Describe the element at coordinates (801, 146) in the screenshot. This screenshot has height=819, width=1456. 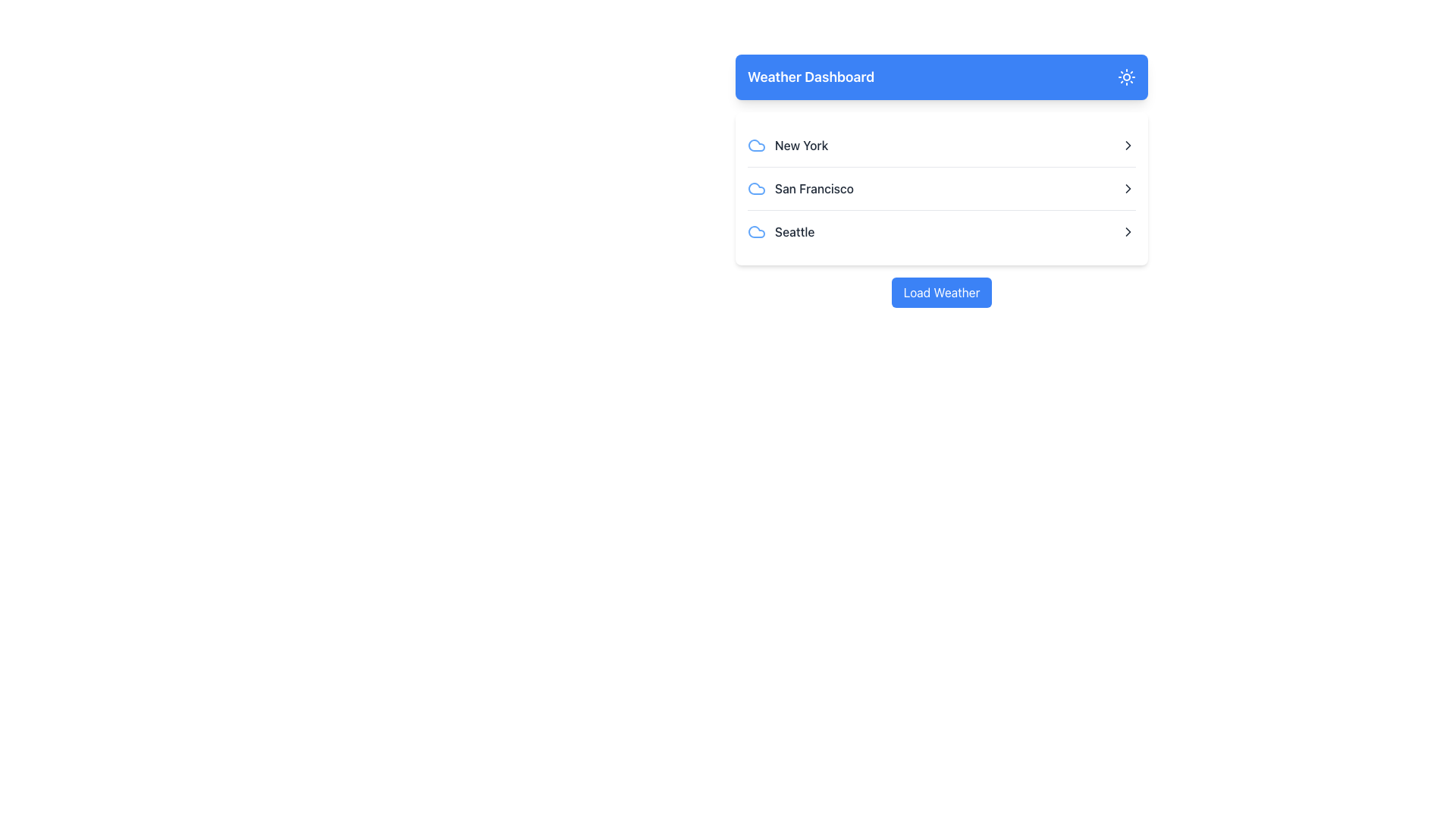
I see `text displayed in the 'New York' text label, which is the first entry in the Weather Dashboard section of the UI list` at that location.